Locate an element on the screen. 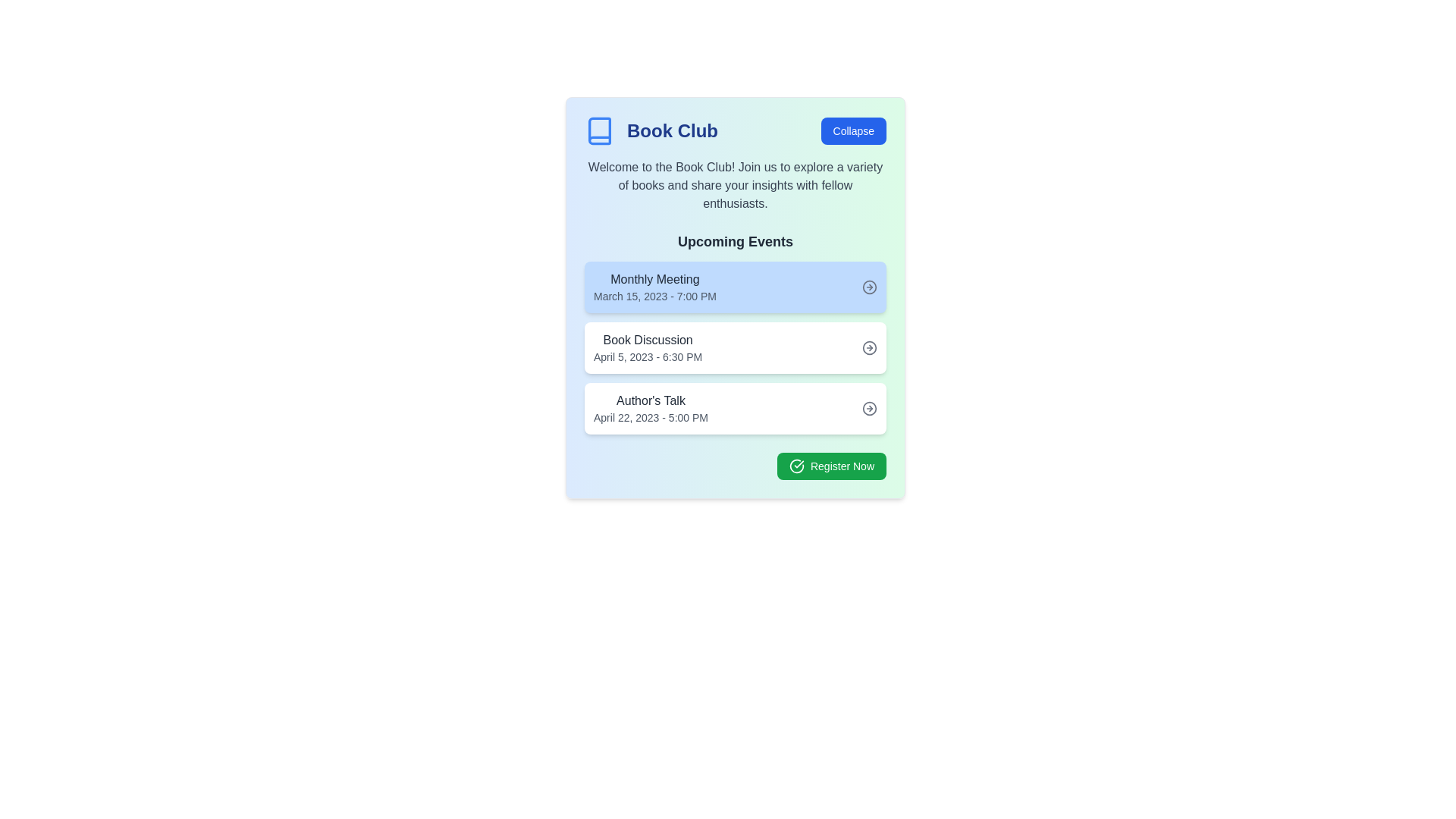 This screenshot has width=1456, height=819. the Text label displaying event details for the 'Book Club' meeting located in the light blue card in the 'Upcoming Events' section is located at coordinates (655, 287).